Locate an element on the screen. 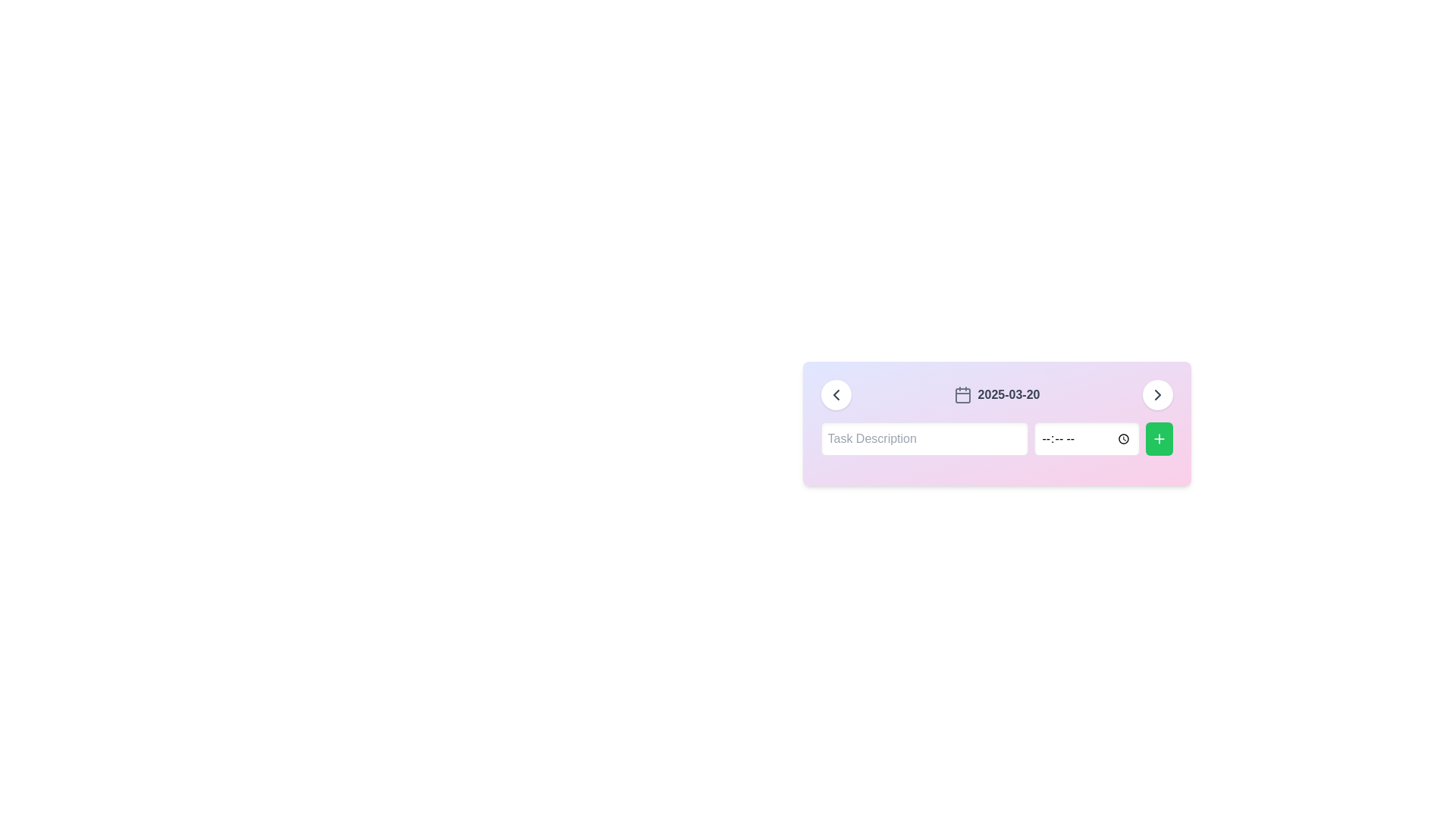 This screenshot has height=819, width=1456. the button in the task entry interface is located at coordinates (996, 438).